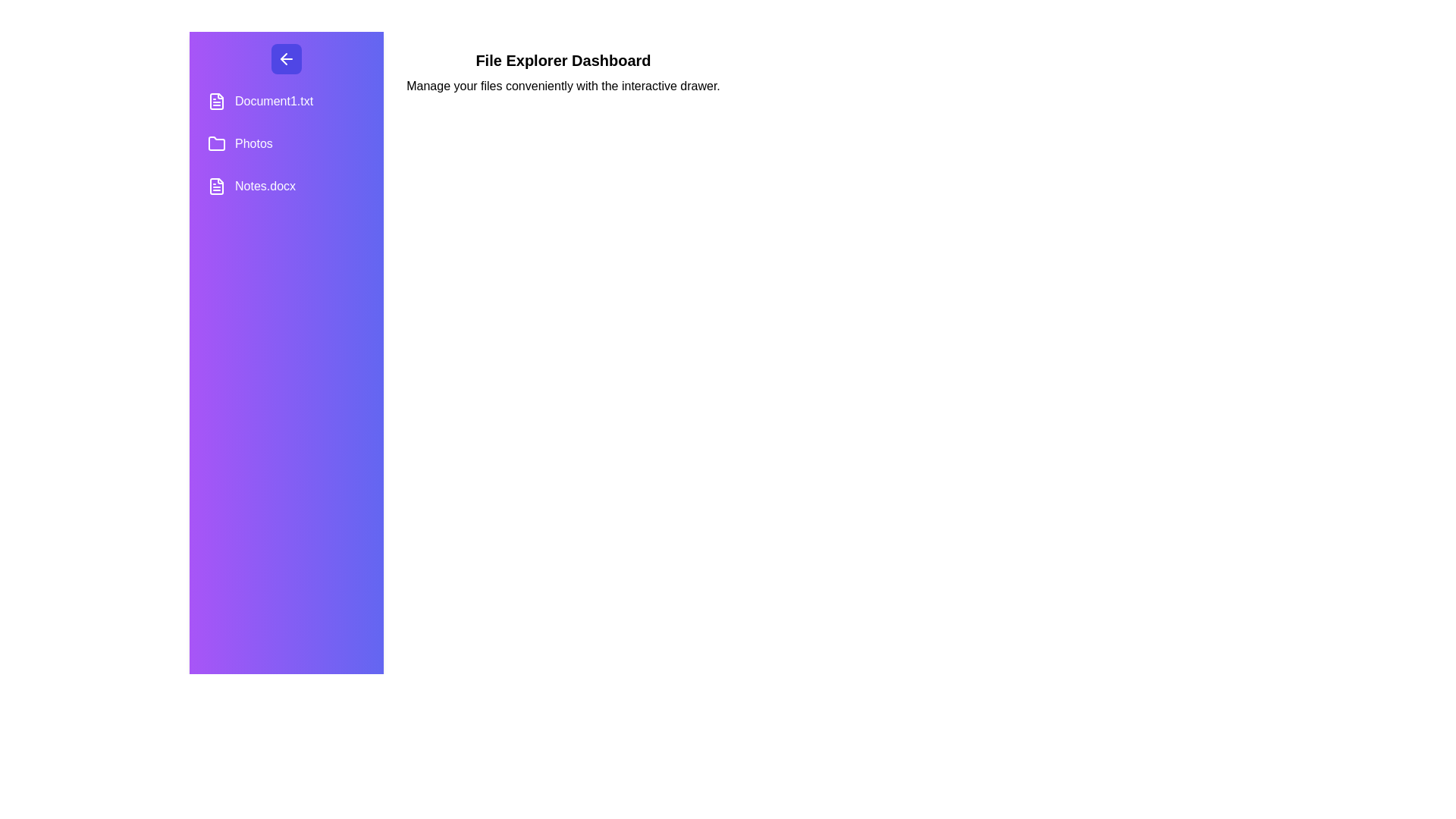 The image size is (1456, 819). What do you see at coordinates (287, 102) in the screenshot?
I see `the file or folder named Document1.txt` at bounding box center [287, 102].